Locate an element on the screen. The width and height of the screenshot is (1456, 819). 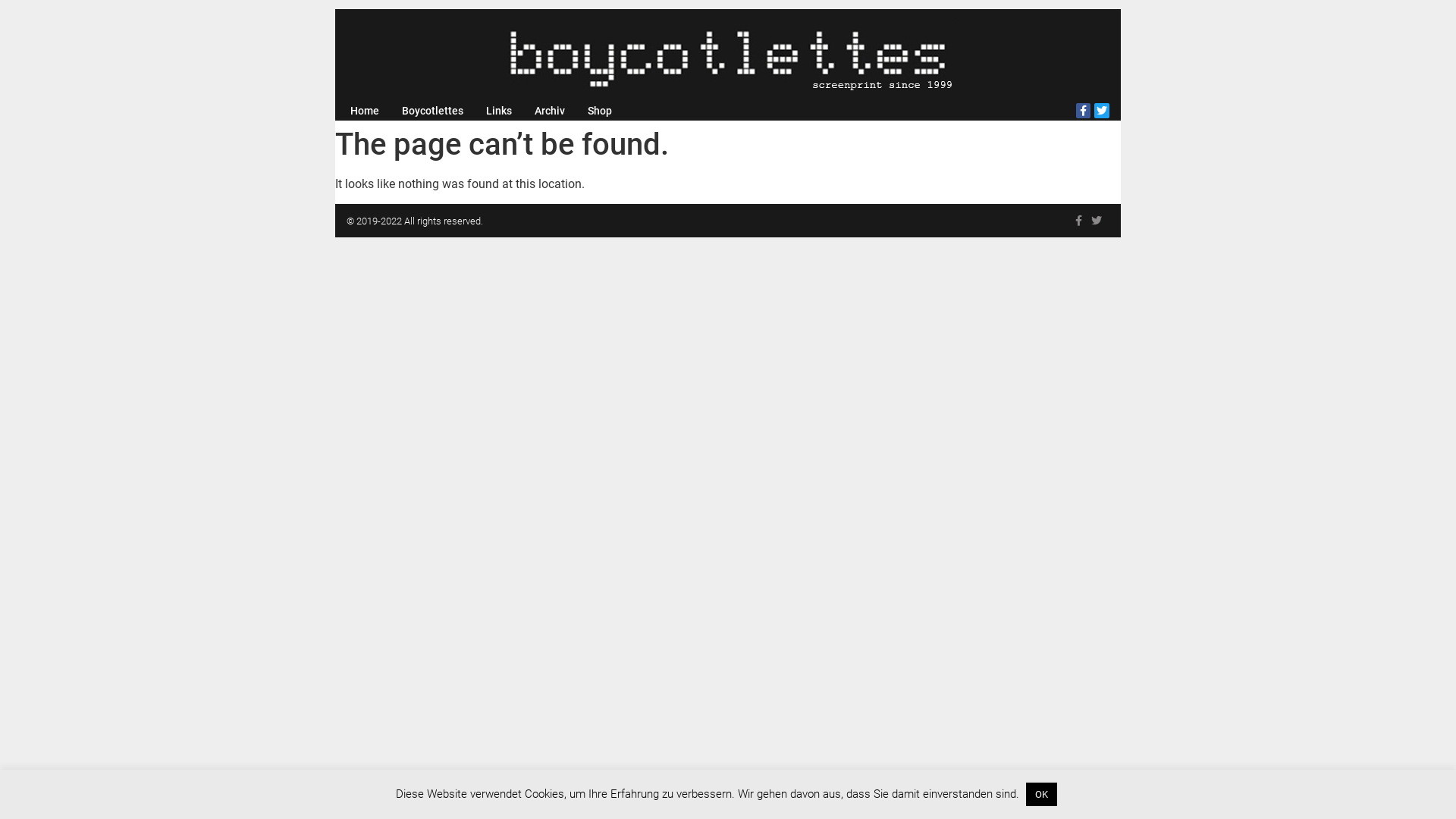
'OK' is located at coordinates (1040, 793).